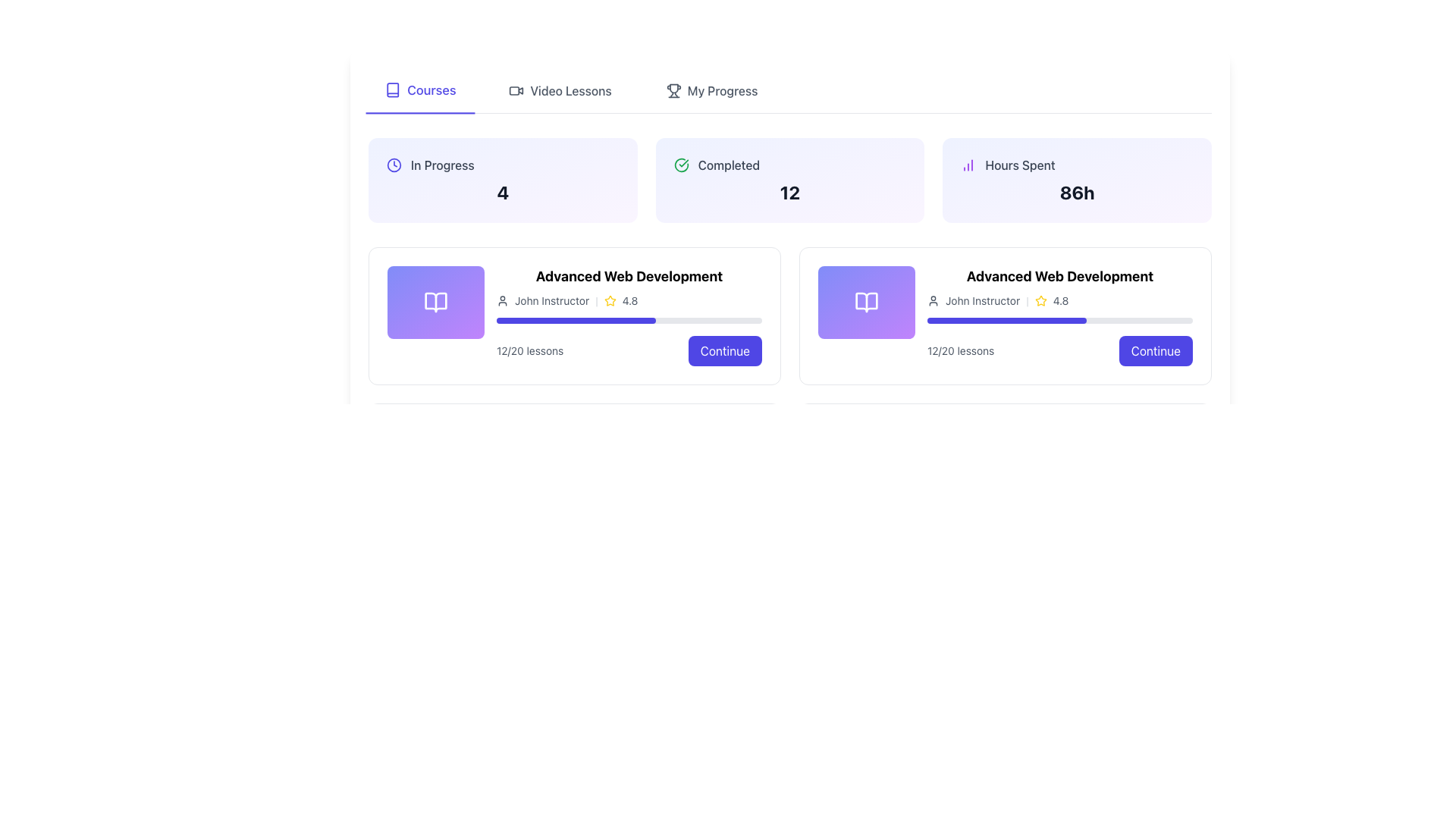 The height and width of the screenshot is (819, 1456). Describe the element at coordinates (393, 89) in the screenshot. I see `the 'Courses' graphical icon located in the top navigation bar` at that location.